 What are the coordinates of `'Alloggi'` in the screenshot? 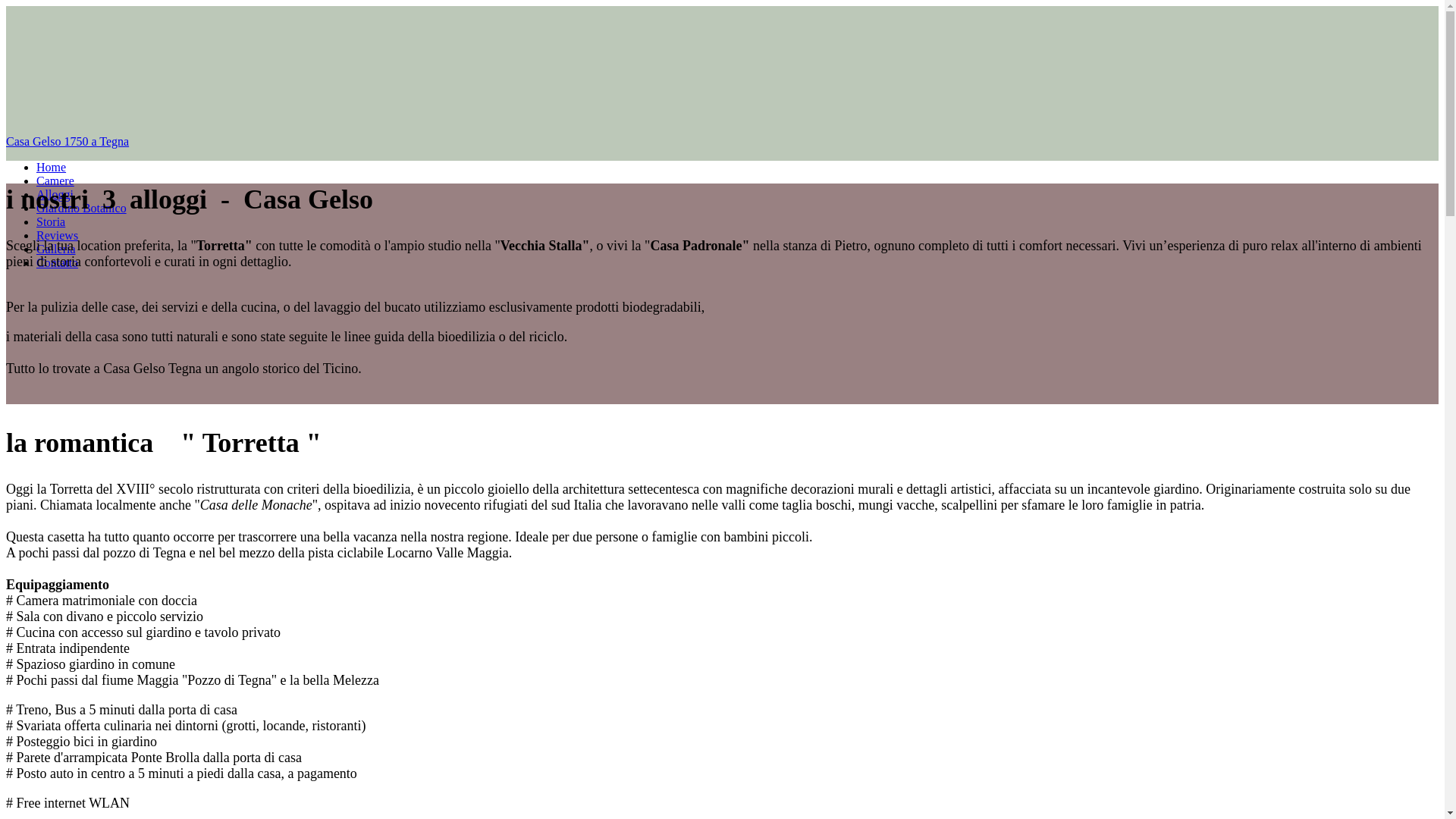 It's located at (55, 193).